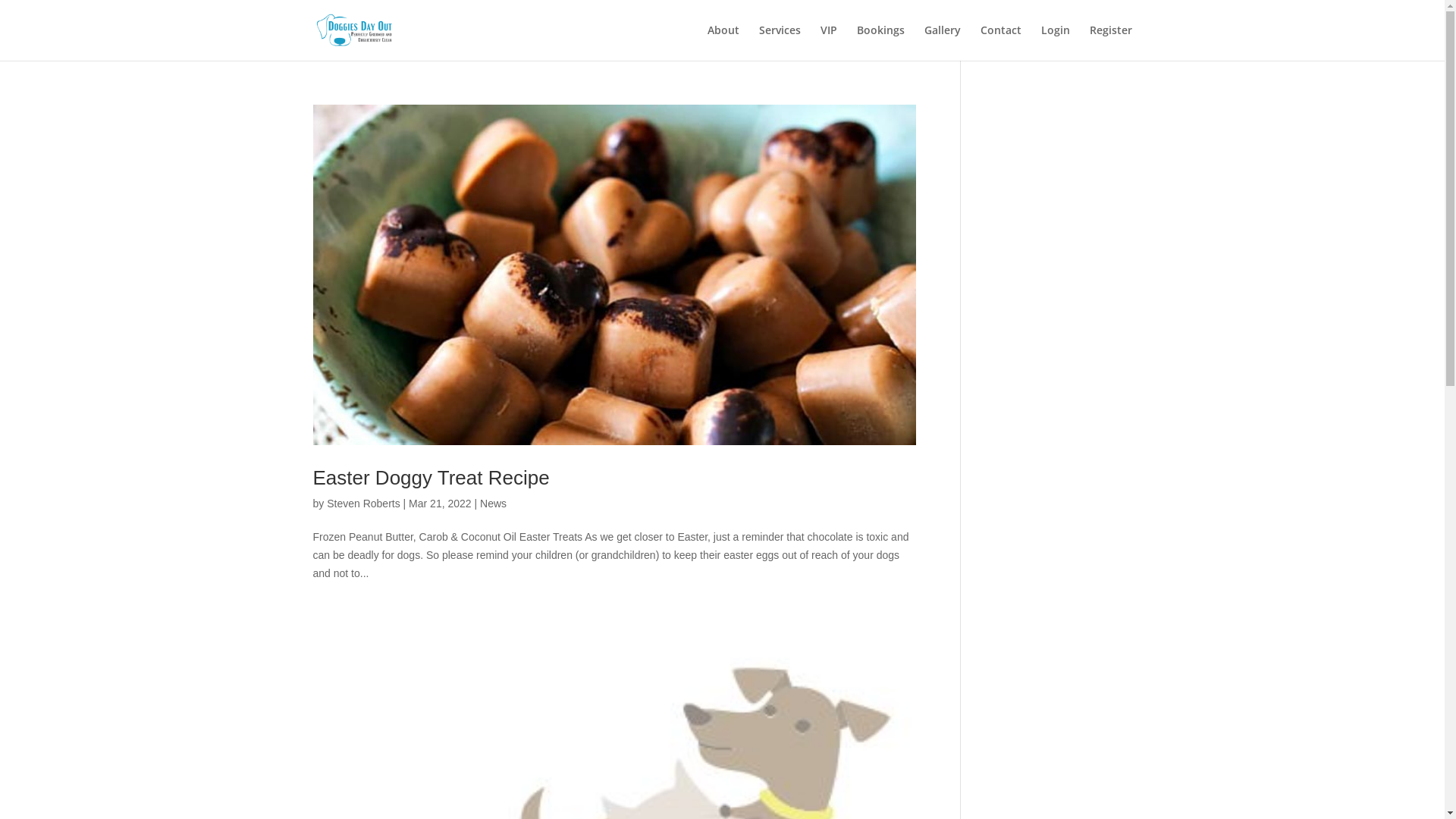  What do you see at coordinates (779, 42) in the screenshot?
I see `'Services'` at bounding box center [779, 42].